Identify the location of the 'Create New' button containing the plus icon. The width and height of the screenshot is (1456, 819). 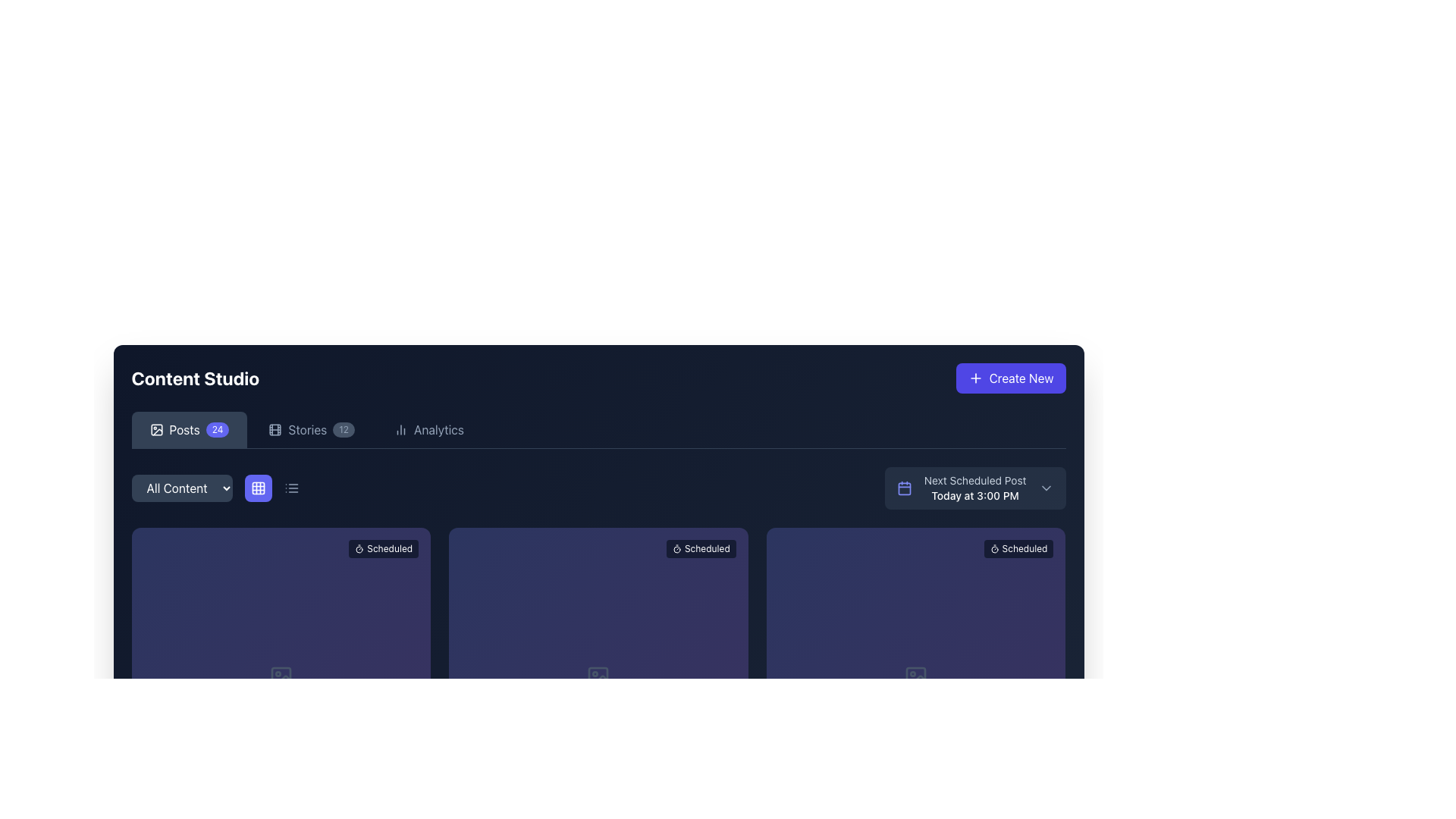
(975, 377).